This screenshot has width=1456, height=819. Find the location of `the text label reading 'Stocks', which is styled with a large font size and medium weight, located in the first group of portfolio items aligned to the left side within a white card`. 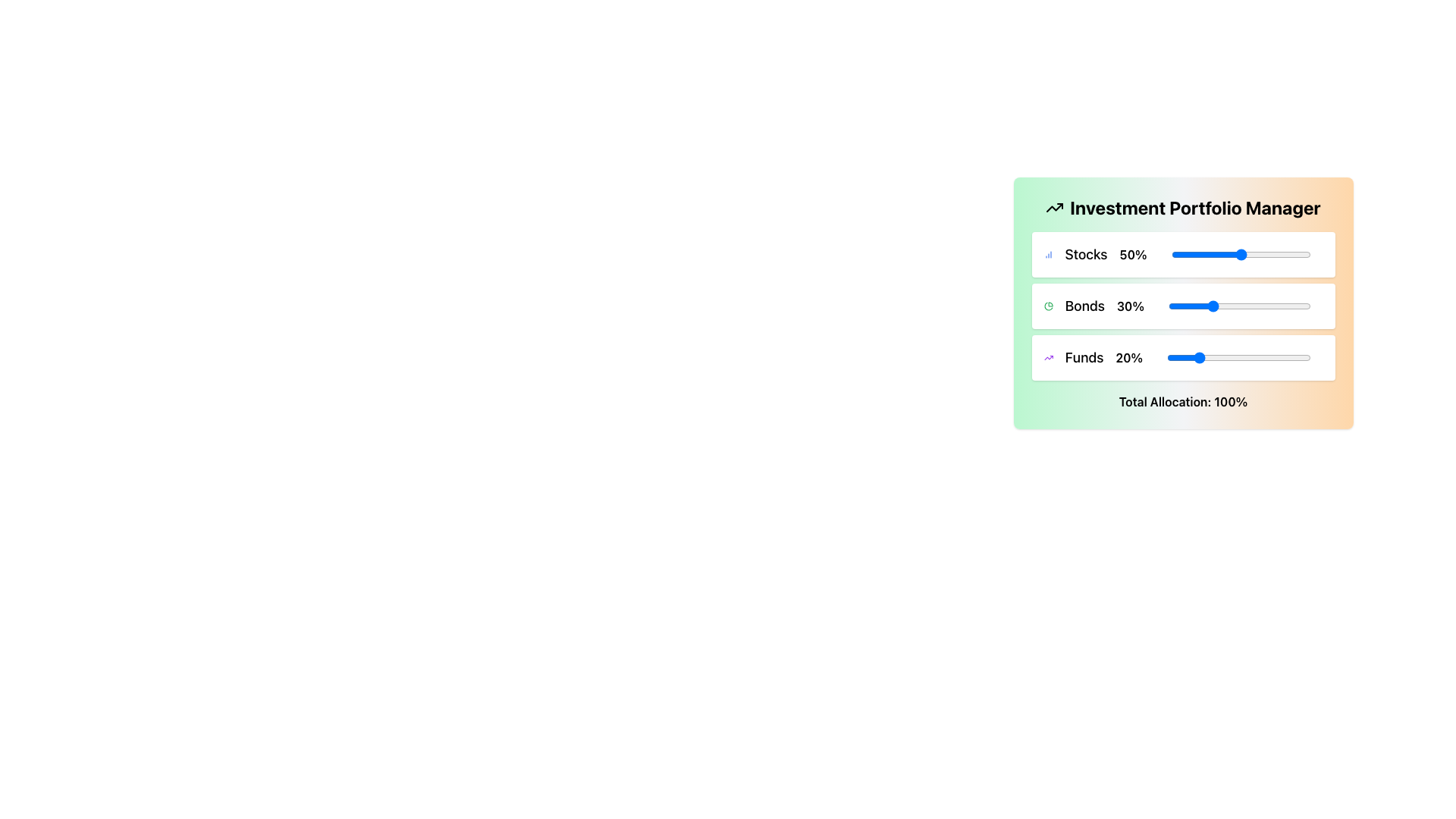

the text label reading 'Stocks', which is styled with a large font size and medium weight, located in the first group of portfolio items aligned to the left side within a white card is located at coordinates (1085, 253).